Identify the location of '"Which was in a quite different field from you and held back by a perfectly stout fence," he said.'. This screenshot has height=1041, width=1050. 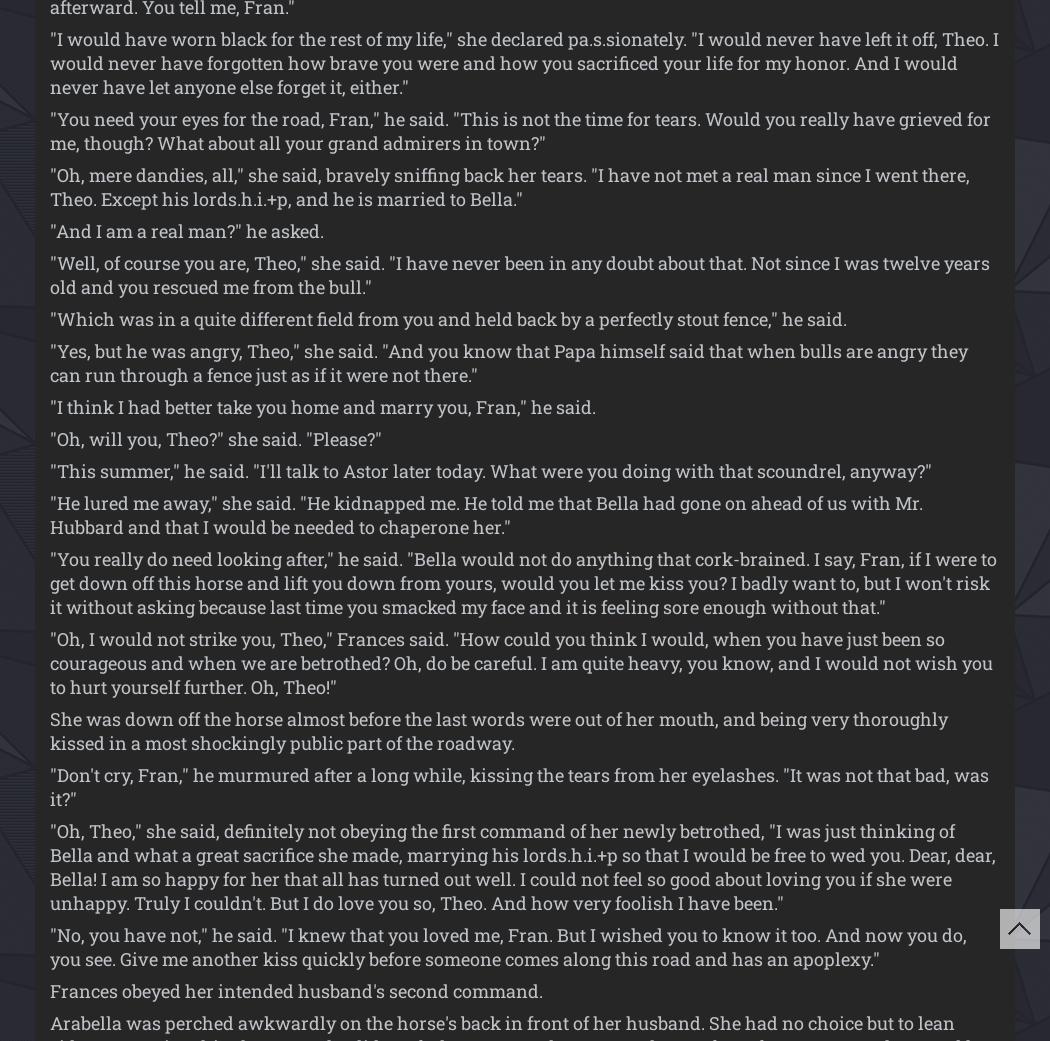
(447, 318).